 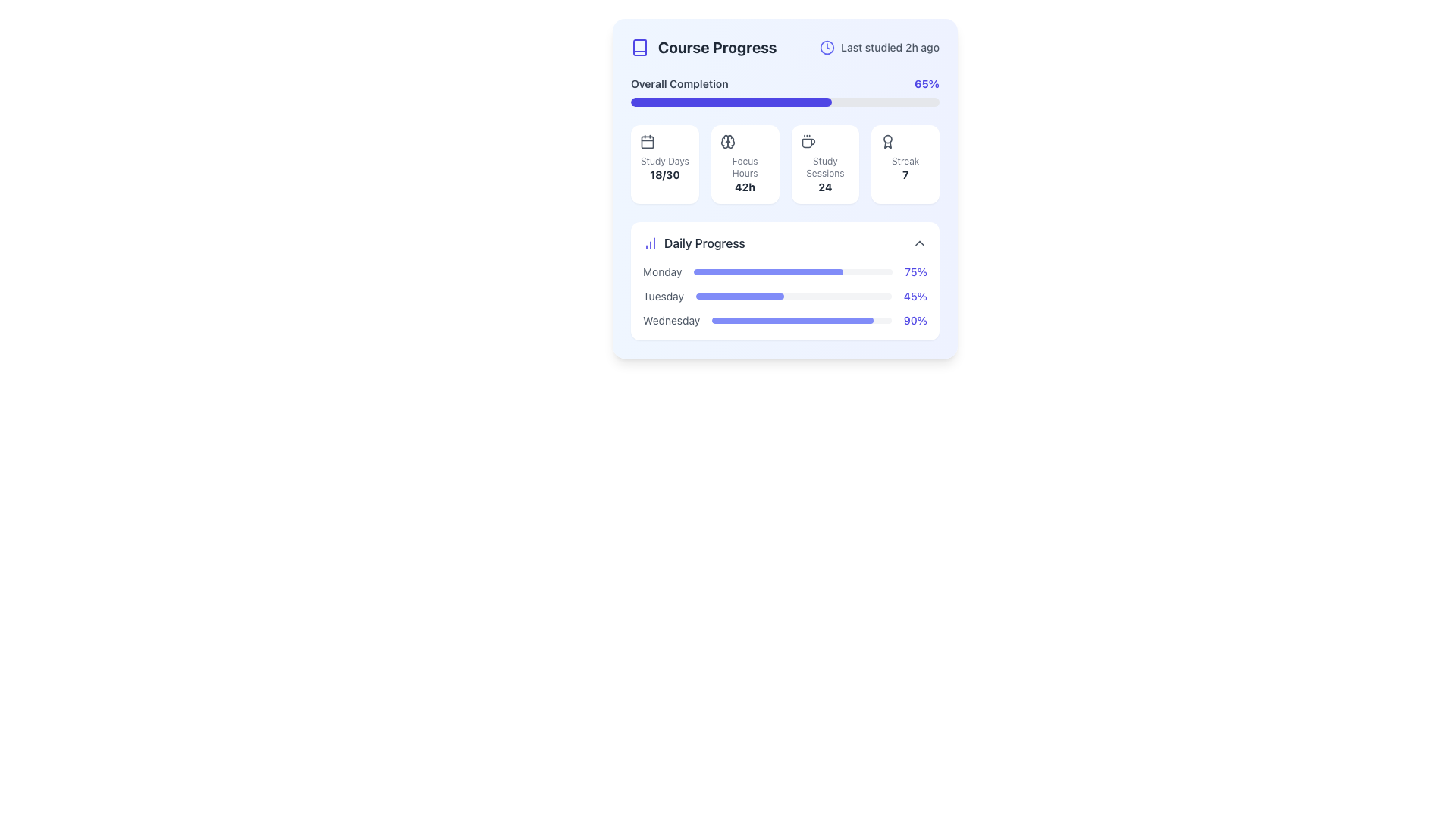 What do you see at coordinates (664, 164) in the screenshot?
I see `the first informational card in the 'Course Progress' section that summarizes study days completed relative to the goal` at bounding box center [664, 164].